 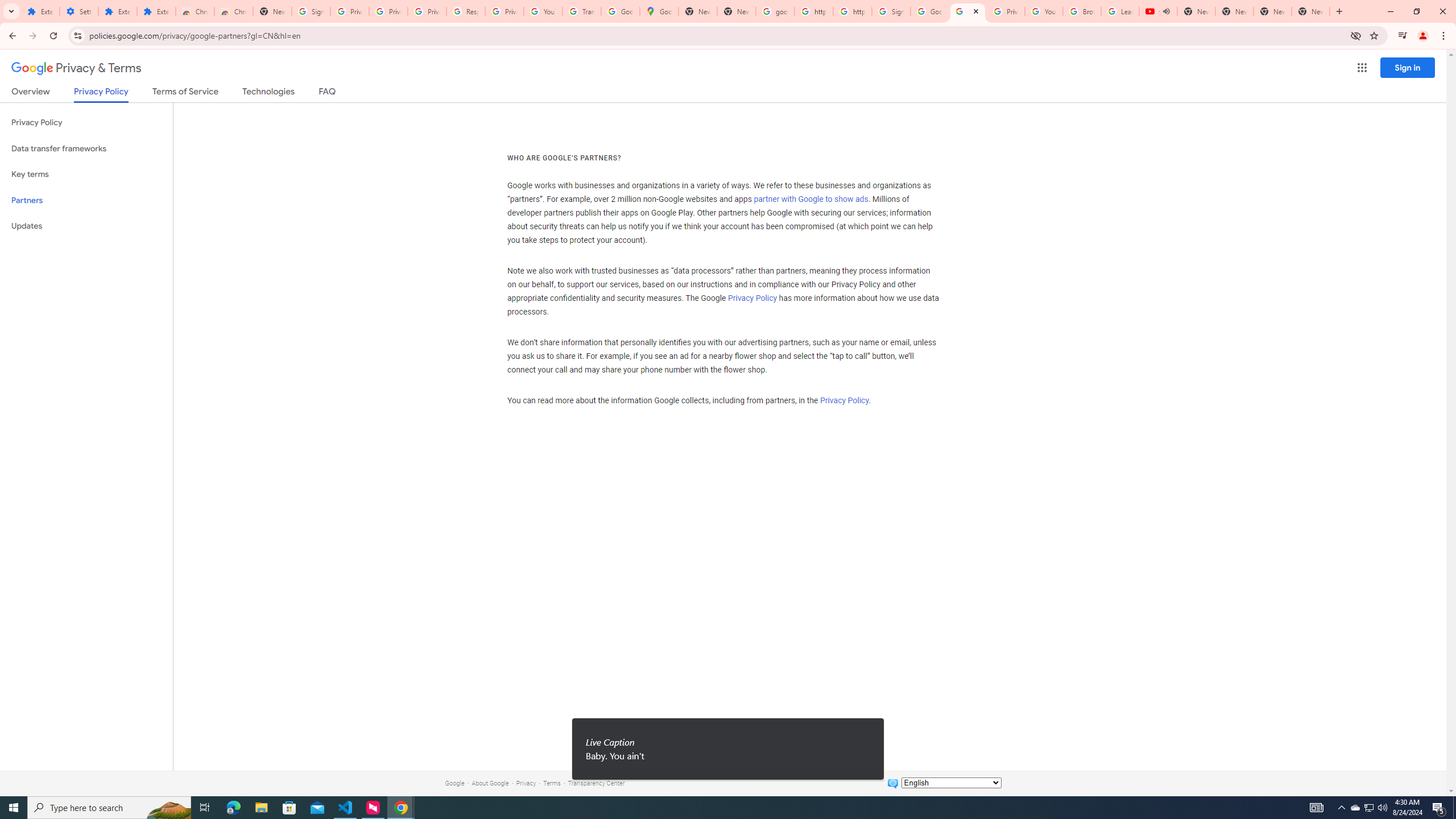 What do you see at coordinates (118, 11) in the screenshot?
I see `'Extensions'` at bounding box center [118, 11].